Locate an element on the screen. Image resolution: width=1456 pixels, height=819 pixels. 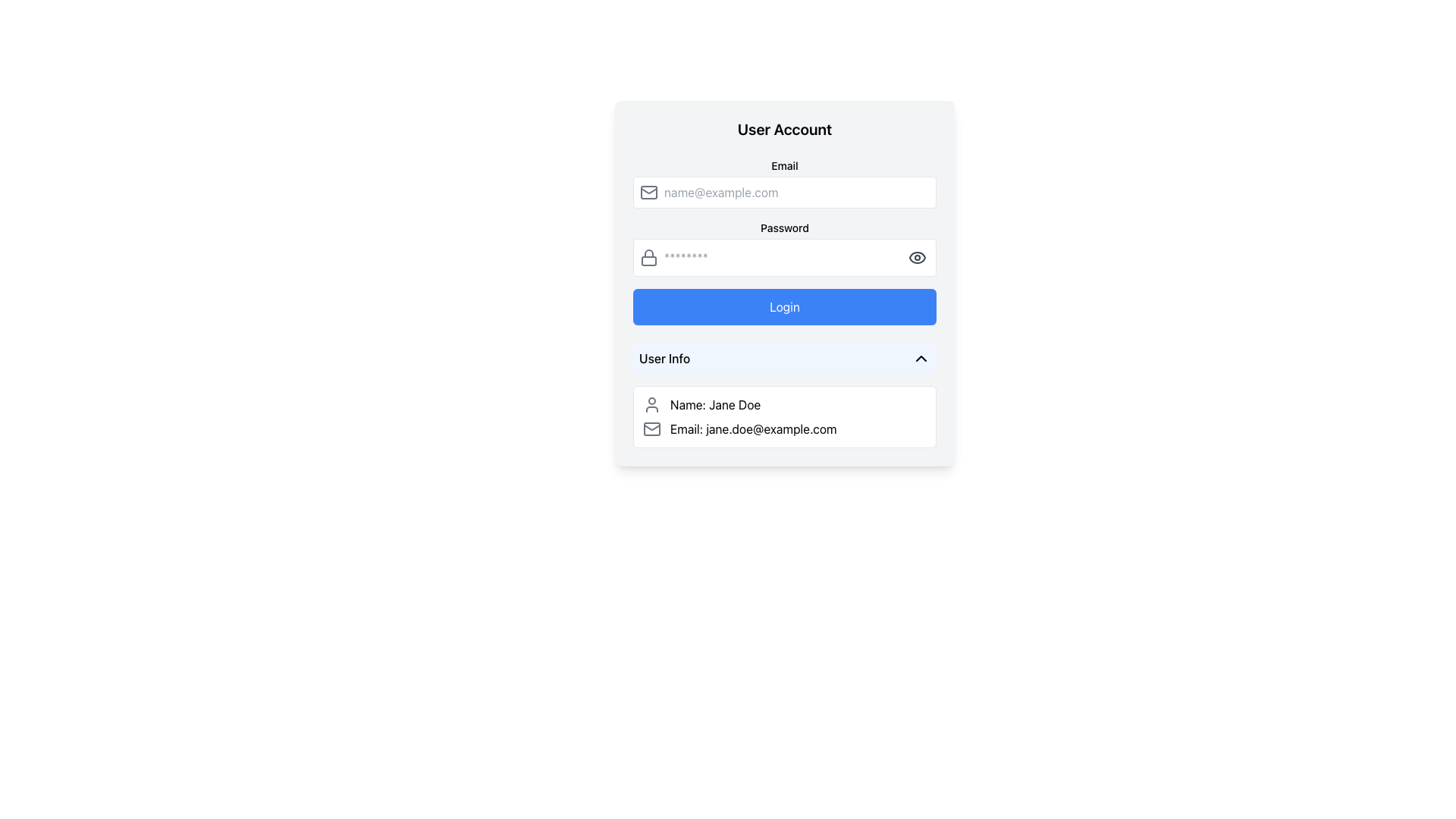
the envelope icon located on the leftmost side of the email input field, adjacent to the placeholder text 'name@example.com' is located at coordinates (648, 192).